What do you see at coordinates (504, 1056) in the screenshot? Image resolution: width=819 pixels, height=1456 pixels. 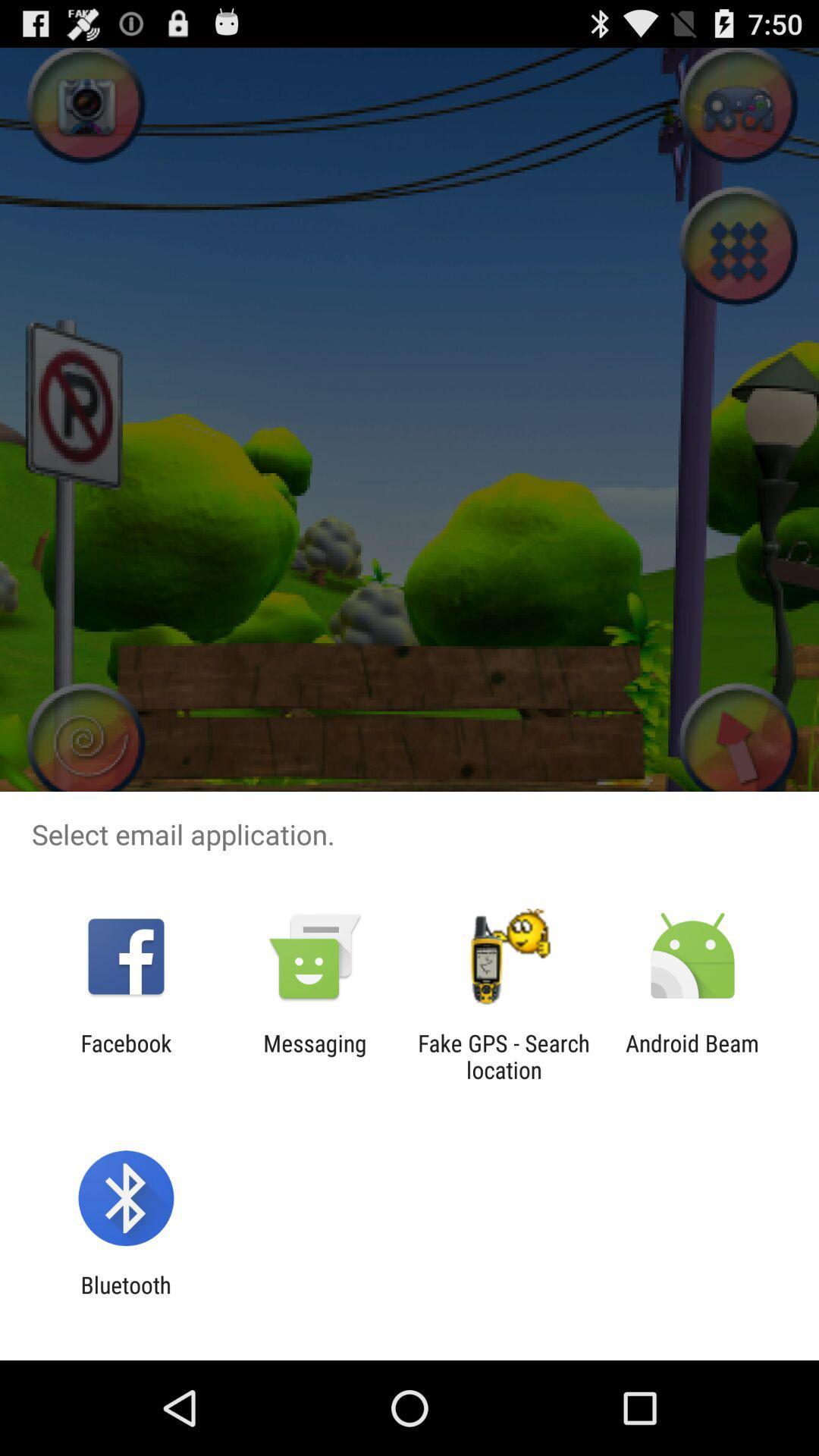 I see `app to the left of android beam item` at bounding box center [504, 1056].